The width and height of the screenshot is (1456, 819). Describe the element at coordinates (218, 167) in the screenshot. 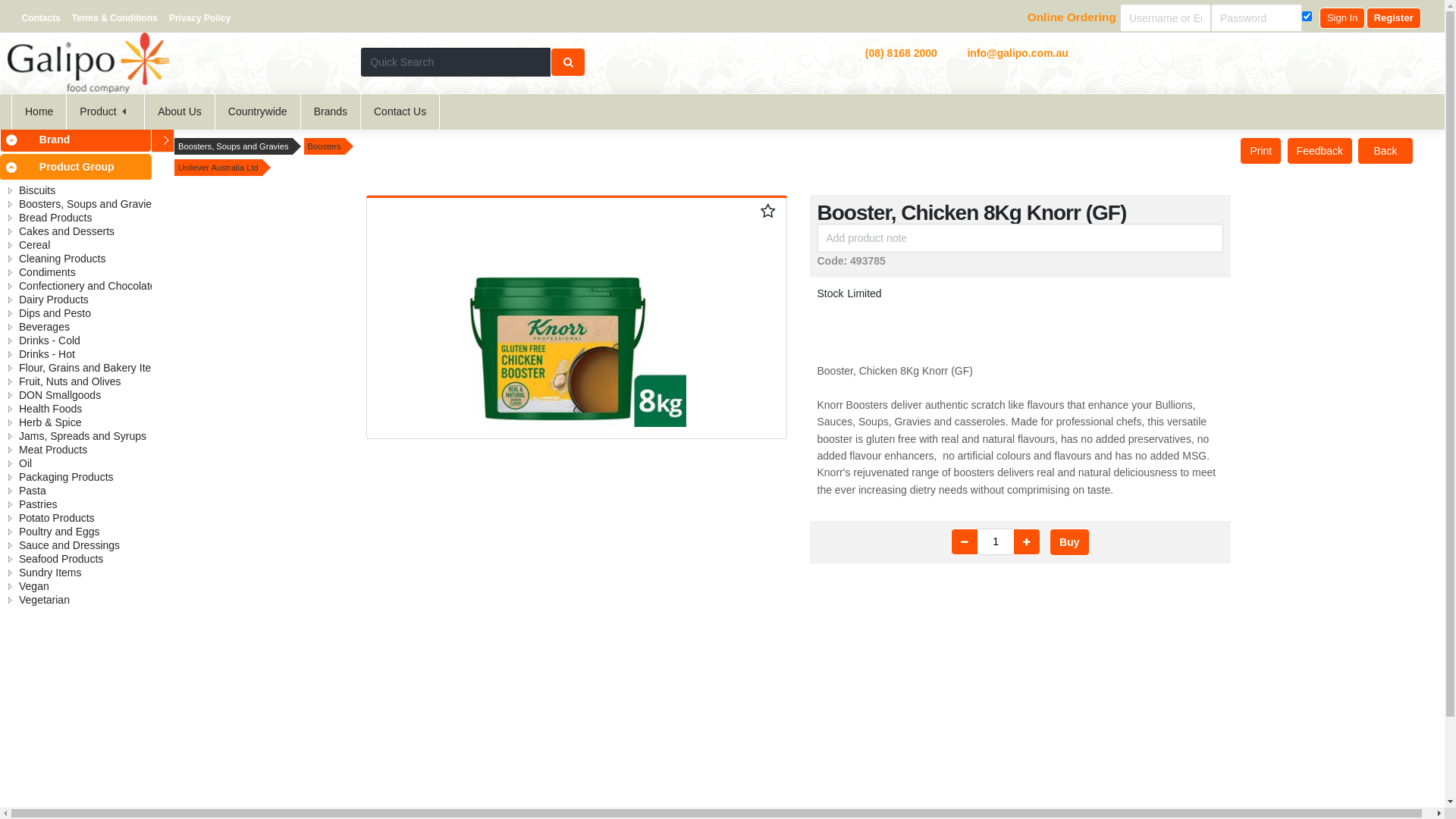

I see `'Unilever Australia Ltd'` at that location.